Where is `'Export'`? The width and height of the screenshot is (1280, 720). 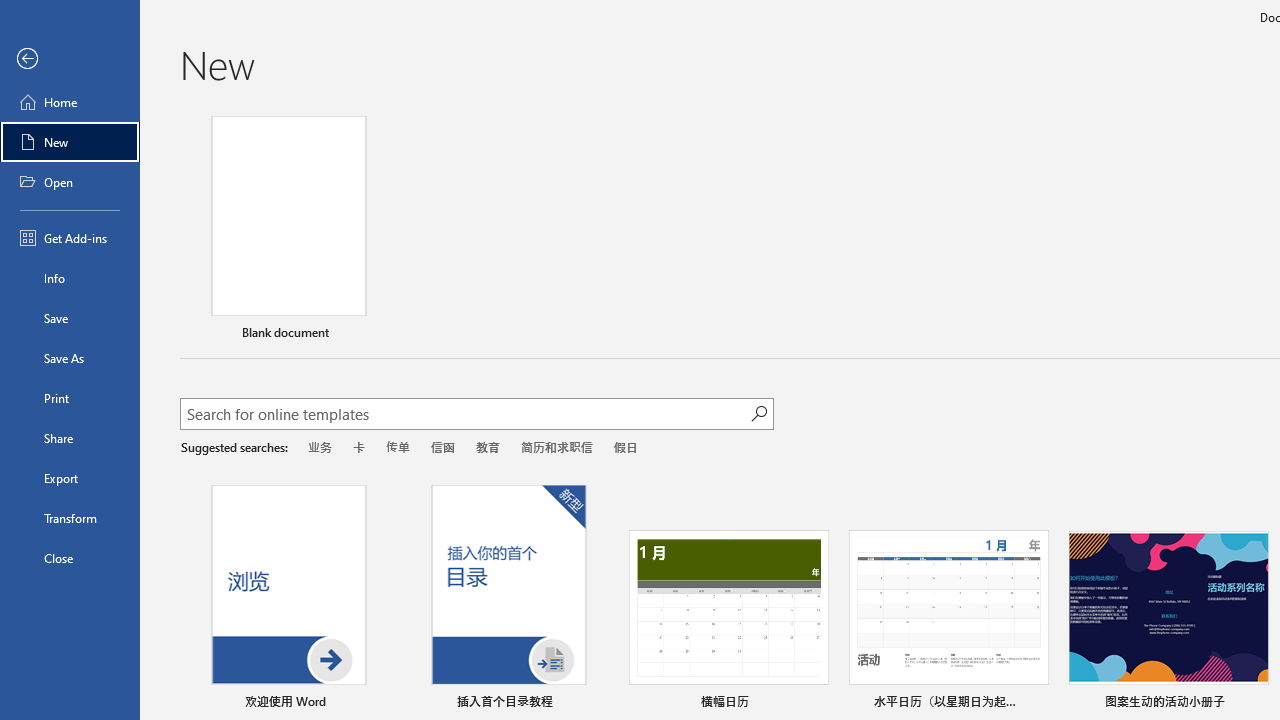 'Export' is located at coordinates (69, 478).